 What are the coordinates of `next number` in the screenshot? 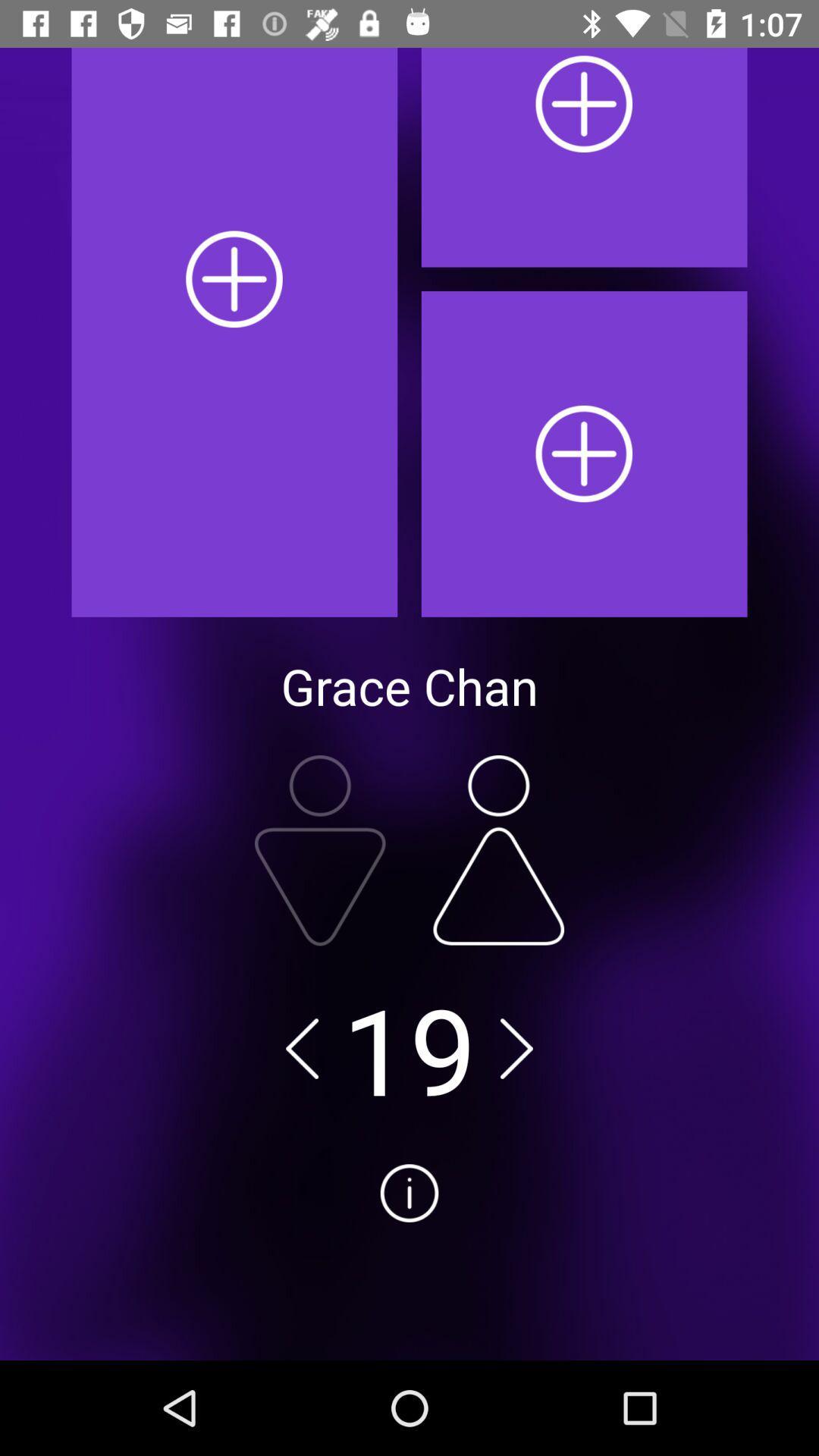 It's located at (516, 1047).